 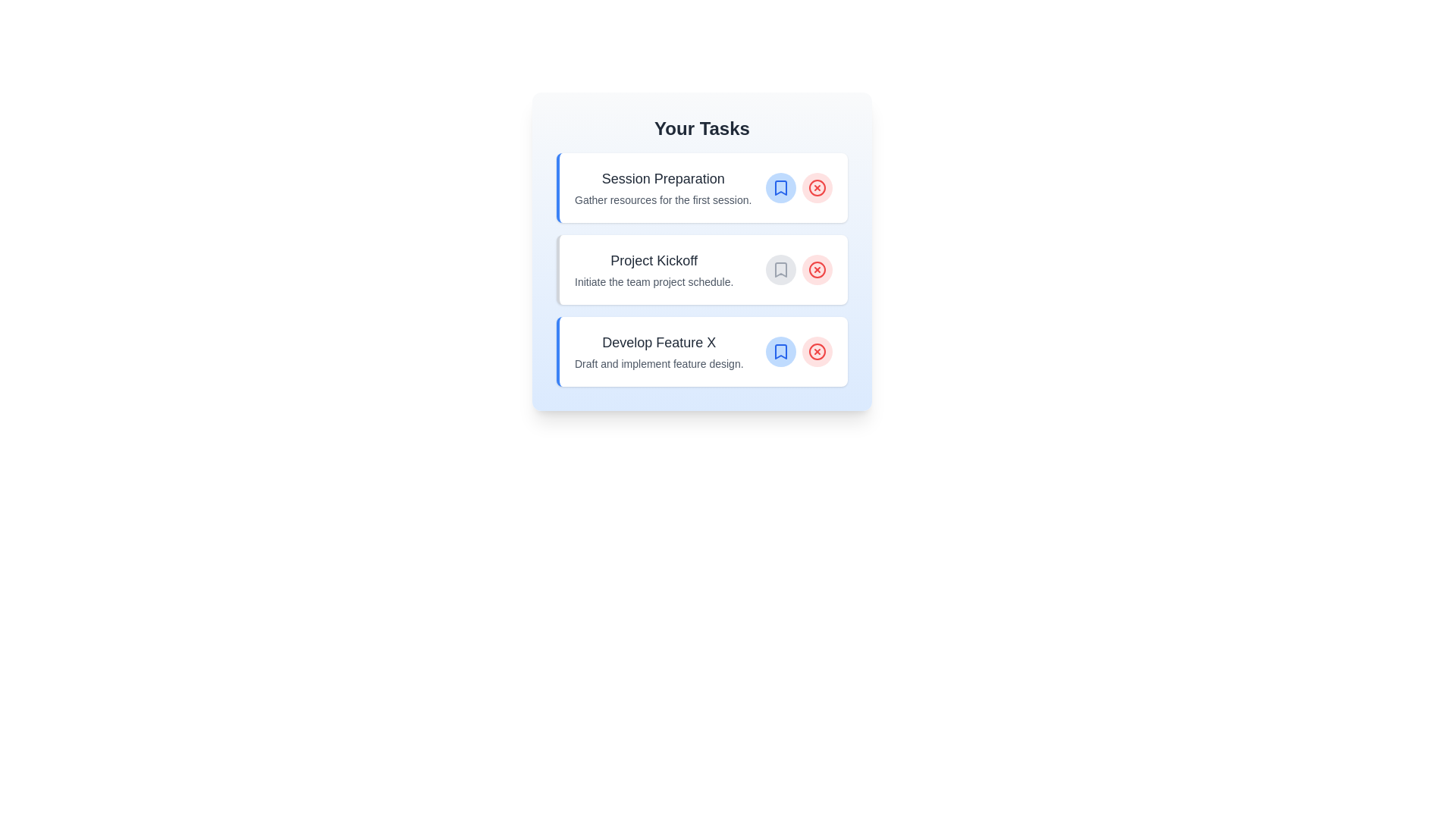 I want to click on the task titled 'Project Kickoff' to see its hover effect, so click(x=701, y=268).